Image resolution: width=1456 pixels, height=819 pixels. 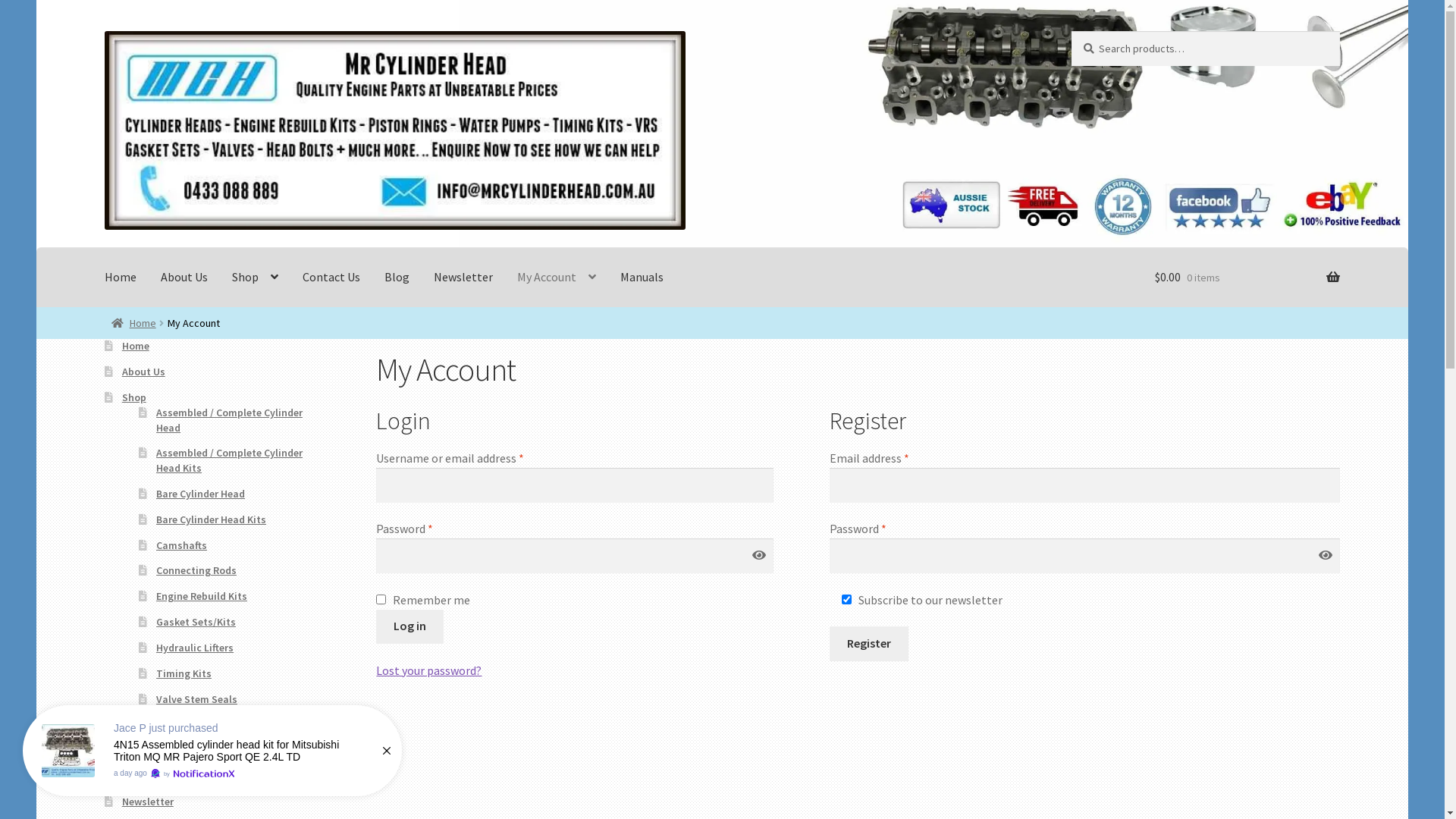 What do you see at coordinates (103, 30) in the screenshot?
I see `'Skip to navigation'` at bounding box center [103, 30].